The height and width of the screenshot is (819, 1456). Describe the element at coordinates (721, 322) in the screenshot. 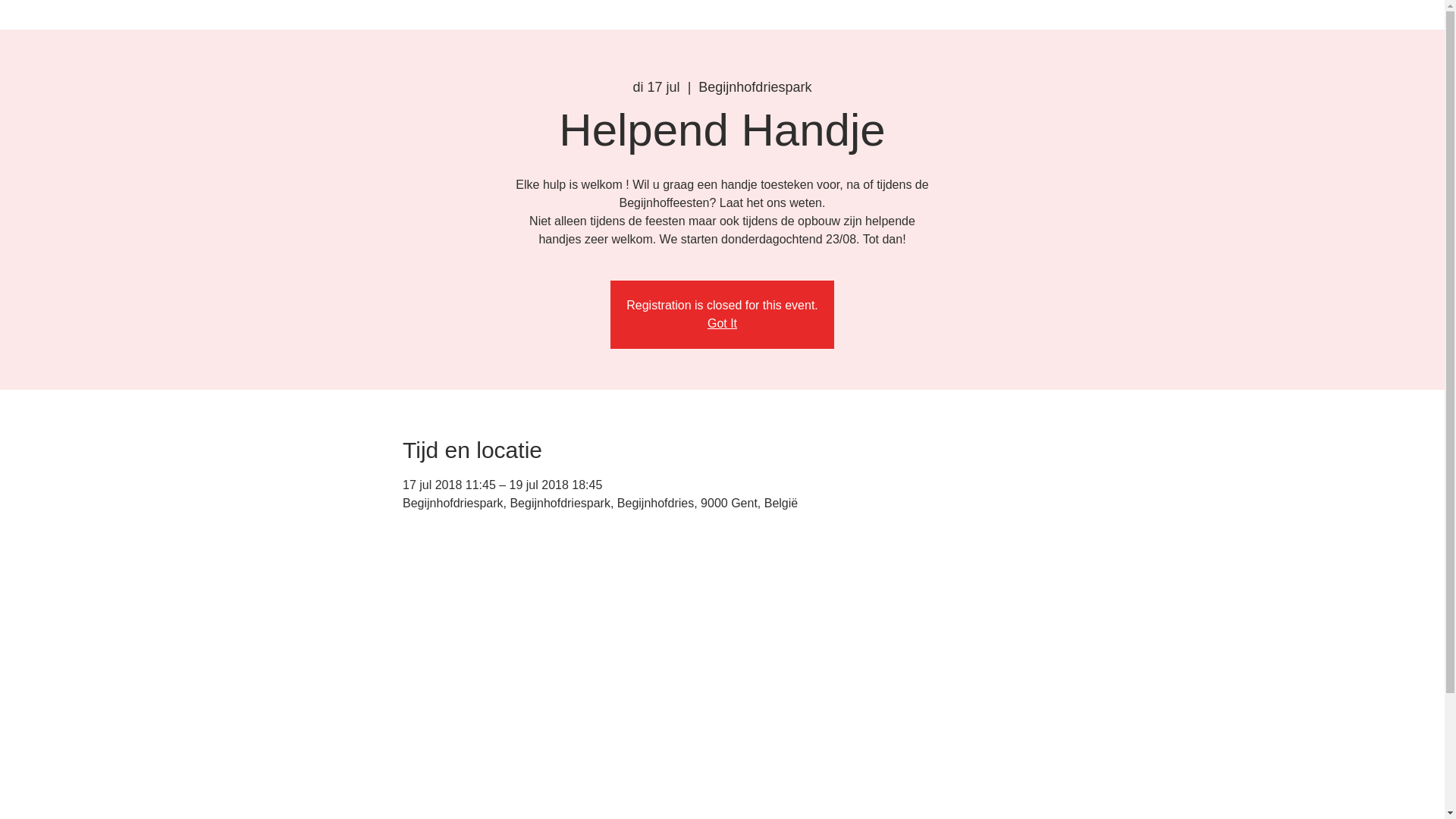

I see `'Got It'` at that location.